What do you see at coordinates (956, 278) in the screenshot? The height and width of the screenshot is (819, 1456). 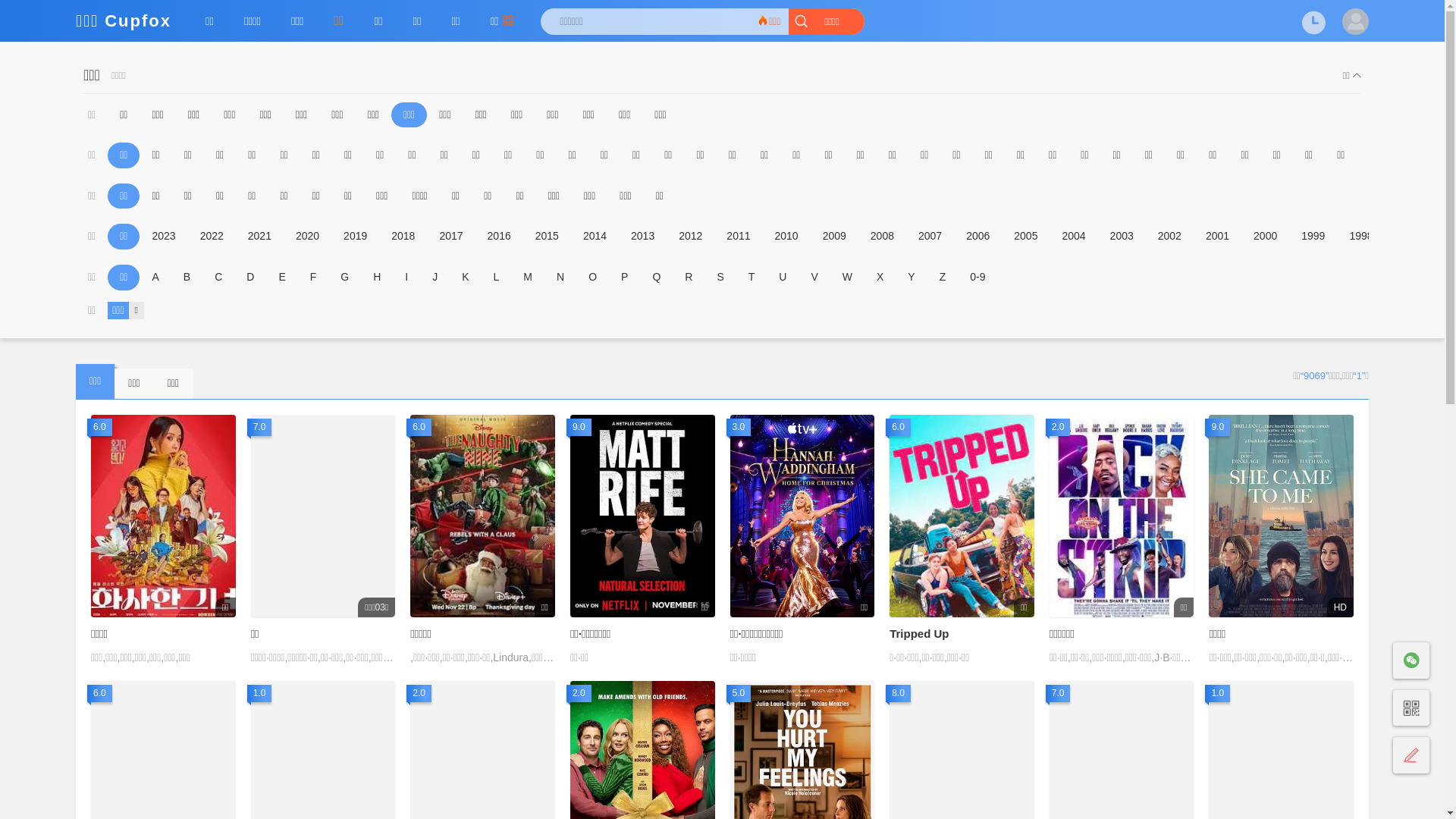 I see `'0-9'` at bounding box center [956, 278].